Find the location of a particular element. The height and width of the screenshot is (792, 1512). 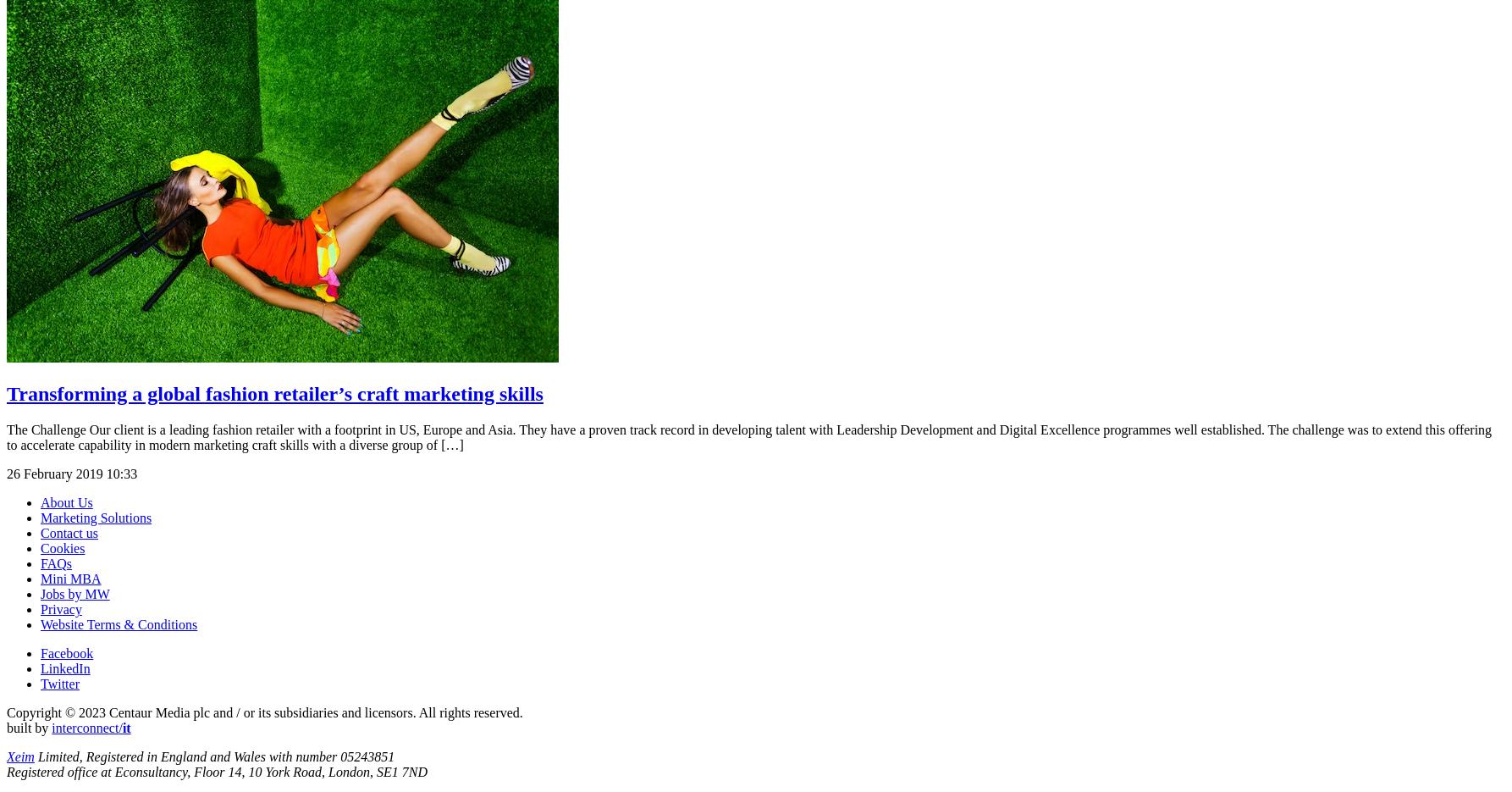

'it' is located at coordinates (125, 726).